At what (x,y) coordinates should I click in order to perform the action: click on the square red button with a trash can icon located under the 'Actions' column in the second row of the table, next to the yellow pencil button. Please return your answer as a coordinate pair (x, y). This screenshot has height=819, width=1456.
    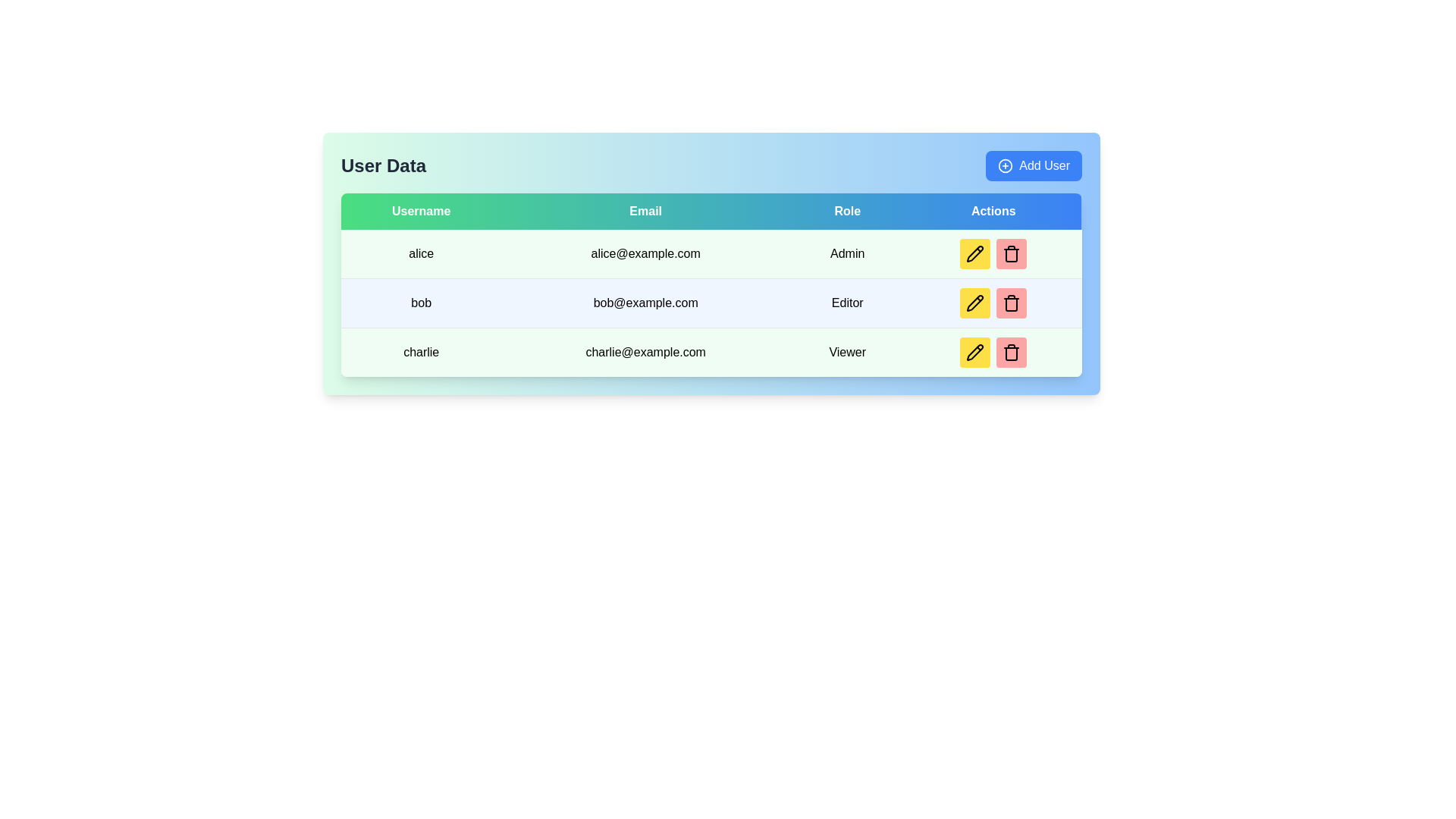
    Looking at the image, I should click on (1012, 303).